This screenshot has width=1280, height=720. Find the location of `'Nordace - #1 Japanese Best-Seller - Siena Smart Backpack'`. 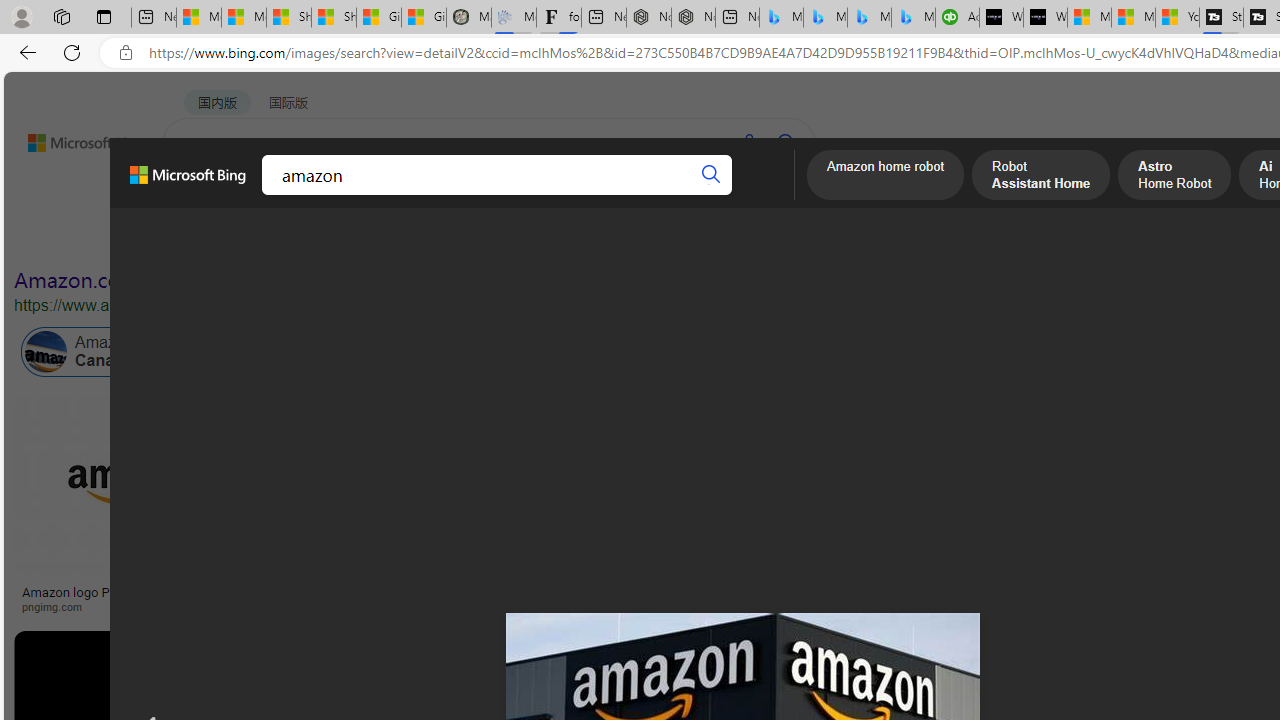

'Nordace - #1 Japanese Best-Seller - Siena Smart Backpack' is located at coordinates (693, 17).